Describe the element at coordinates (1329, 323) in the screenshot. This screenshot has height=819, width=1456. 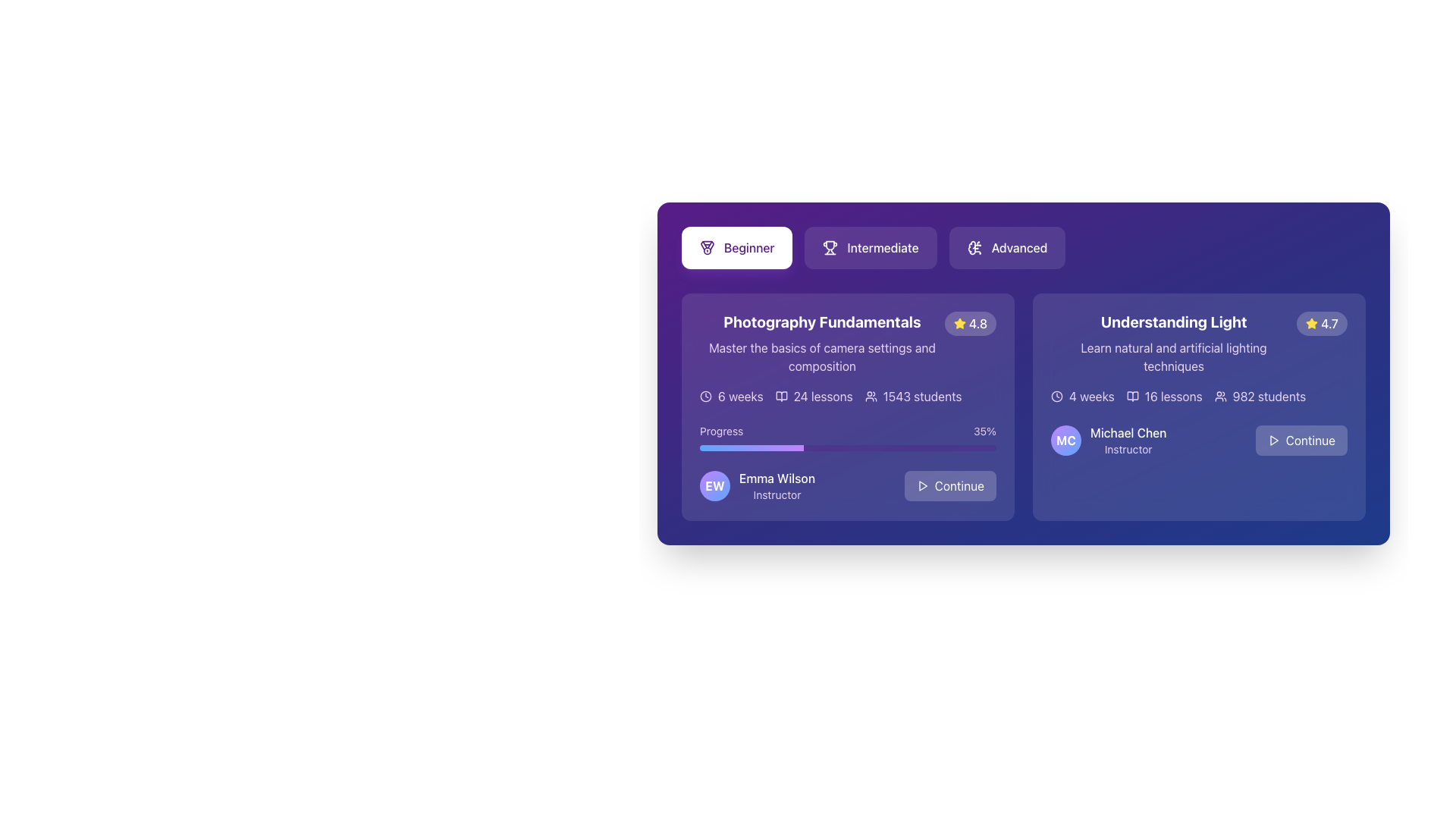
I see `the text label displaying the rating score for the associated course or item, which is positioned to the right of a yellow star icon in the top-right corner of the 'Understanding Light' card` at that location.